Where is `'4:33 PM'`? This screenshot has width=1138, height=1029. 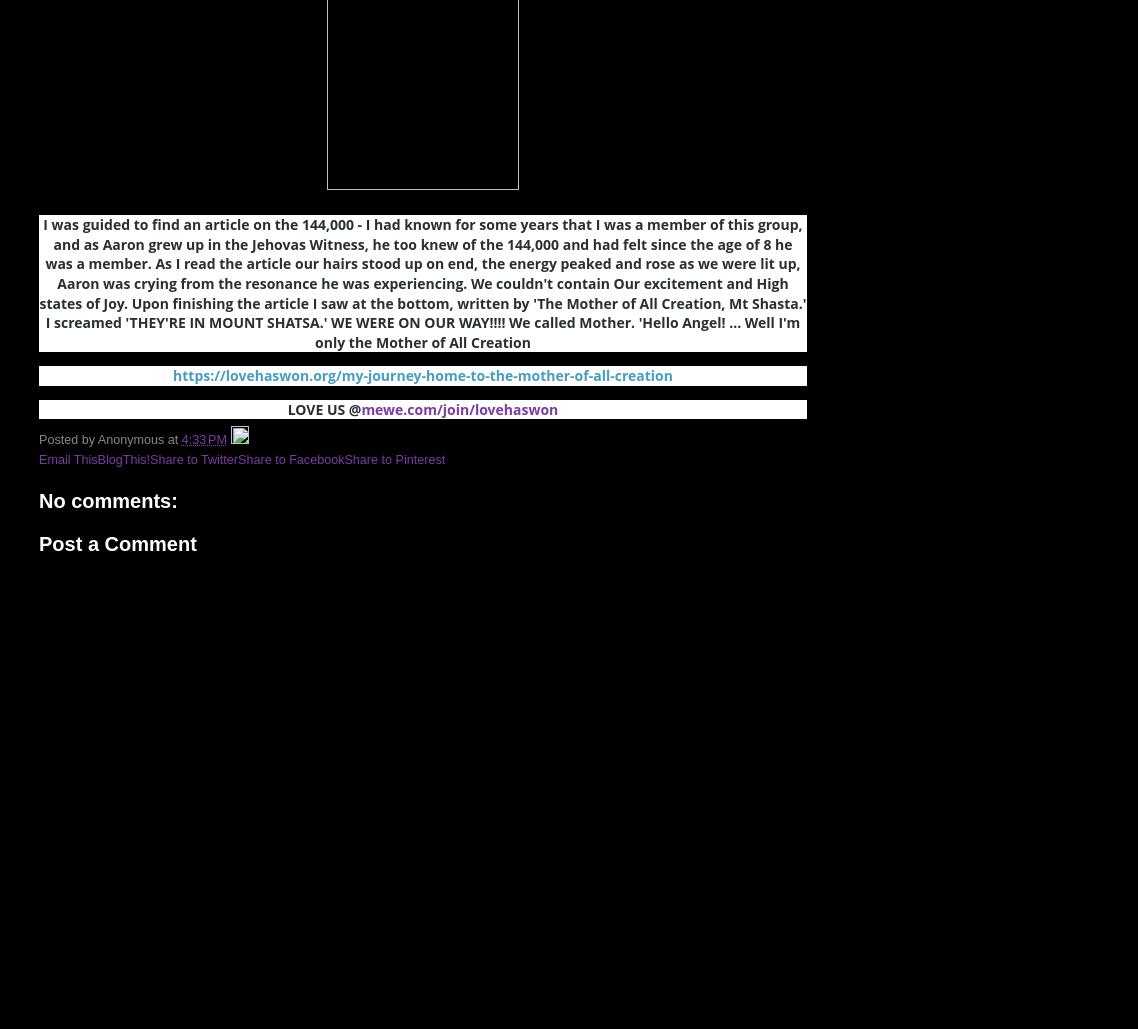 '4:33 PM' is located at coordinates (203, 437).